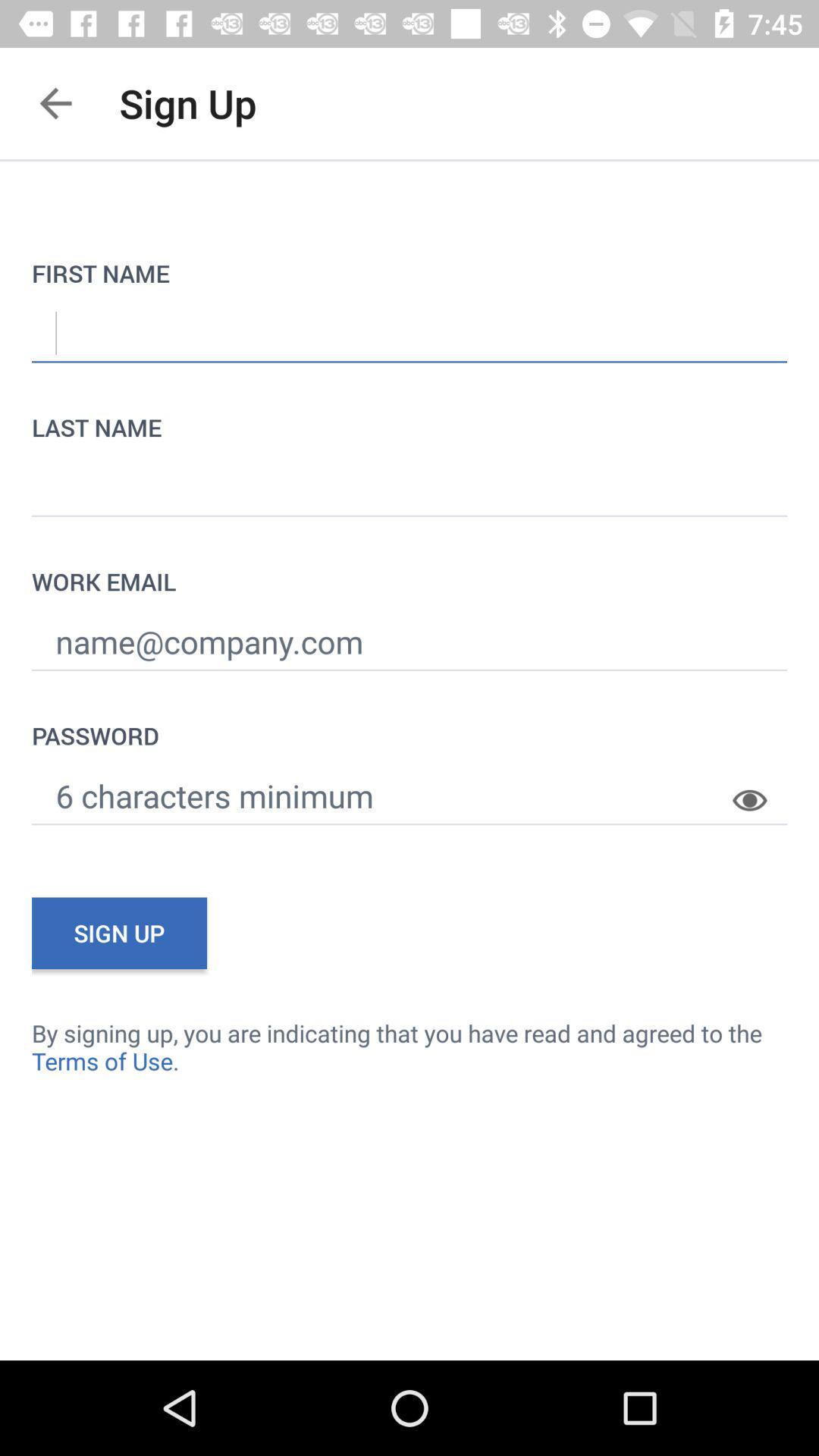 Image resolution: width=819 pixels, height=1456 pixels. Describe the element at coordinates (760, 788) in the screenshot. I see `the item above by signing up item` at that location.